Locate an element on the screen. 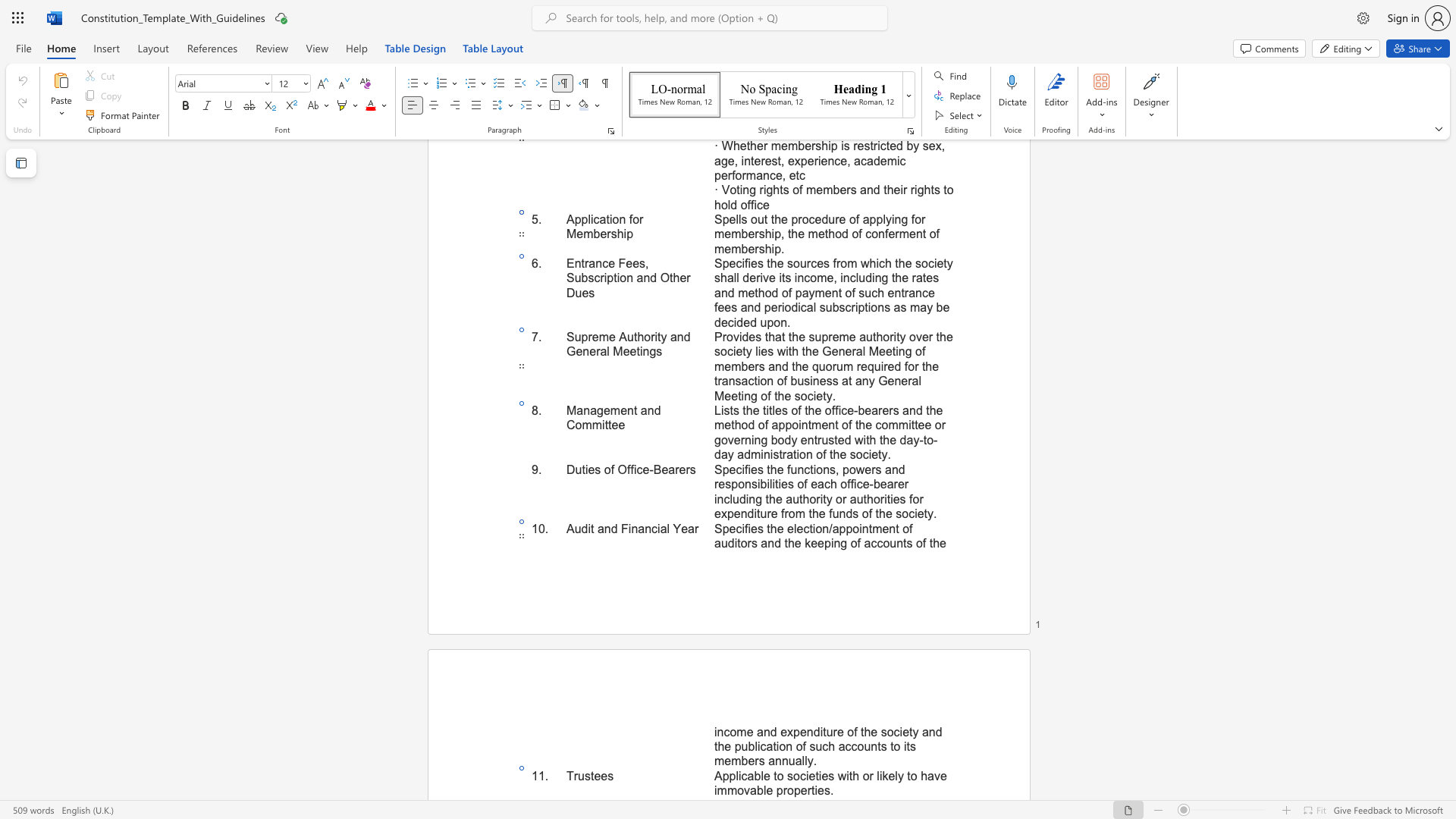 The height and width of the screenshot is (819, 1456). the 3th character "m" in the text is located at coordinates (736, 761).